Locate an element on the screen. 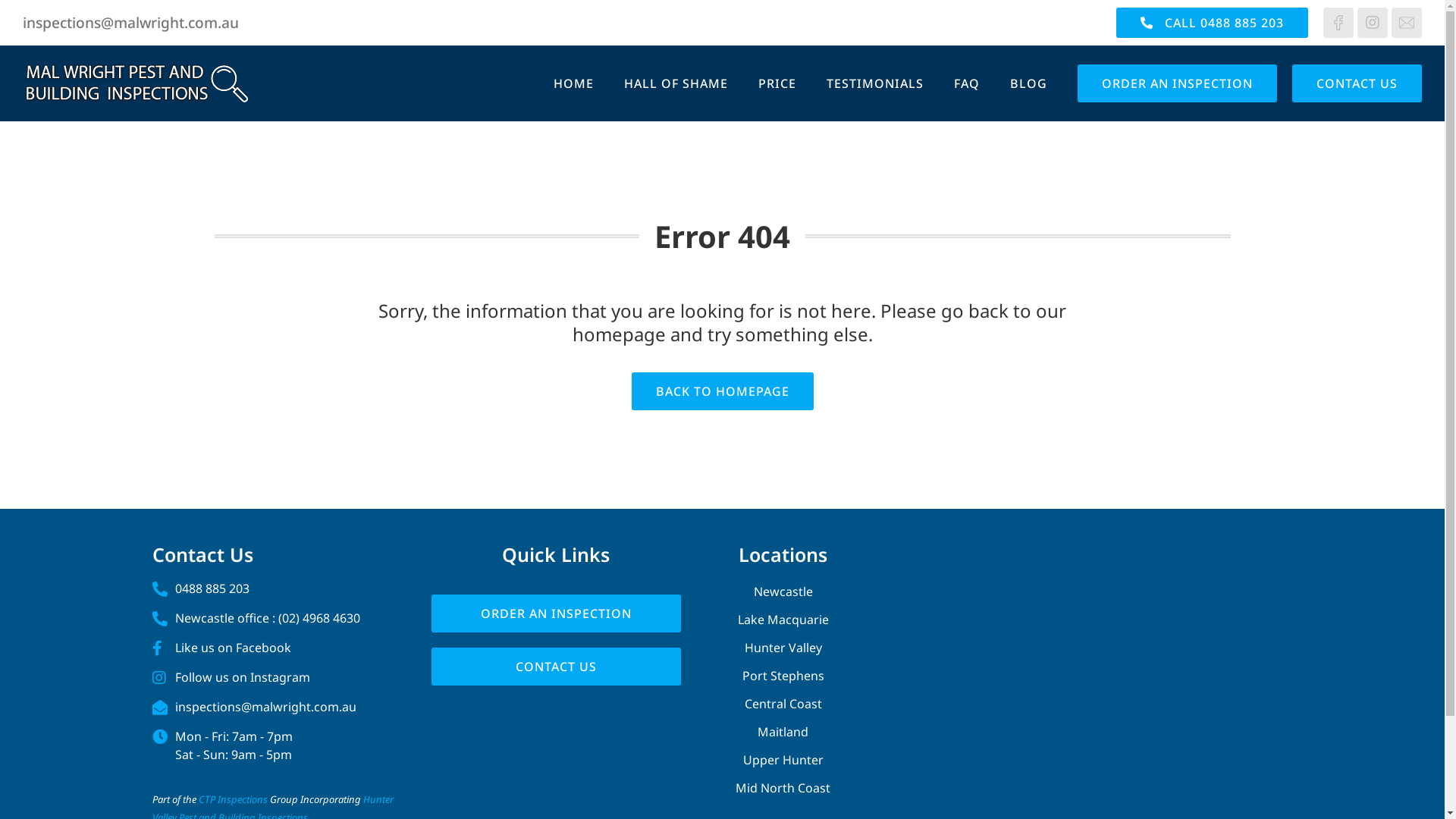 The width and height of the screenshot is (1456, 819). 'Mon - Fri: 7am - 7pm is located at coordinates (276, 745).